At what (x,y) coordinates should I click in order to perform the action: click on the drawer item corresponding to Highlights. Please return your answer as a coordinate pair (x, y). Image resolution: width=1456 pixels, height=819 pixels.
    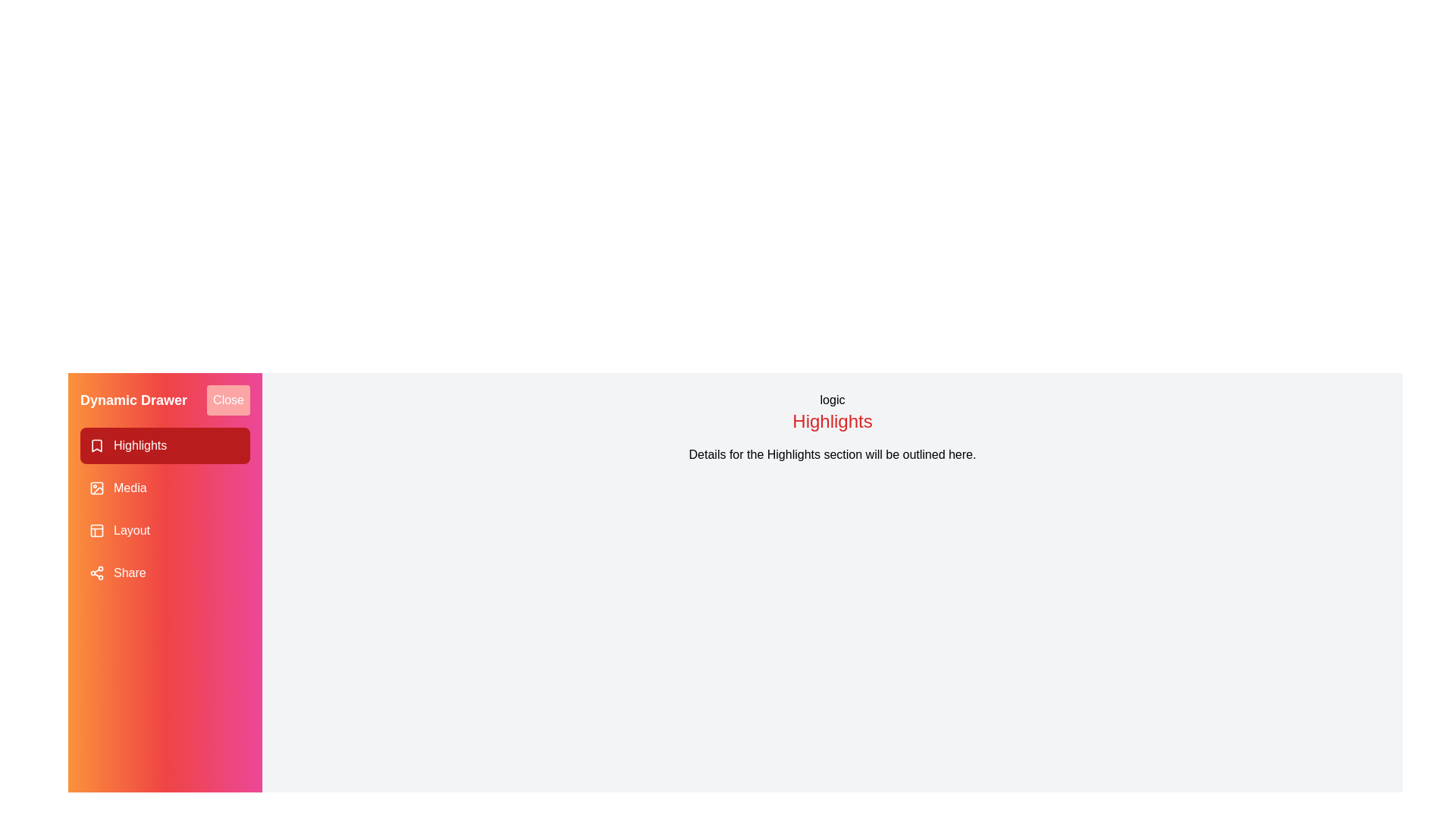
    Looking at the image, I should click on (165, 444).